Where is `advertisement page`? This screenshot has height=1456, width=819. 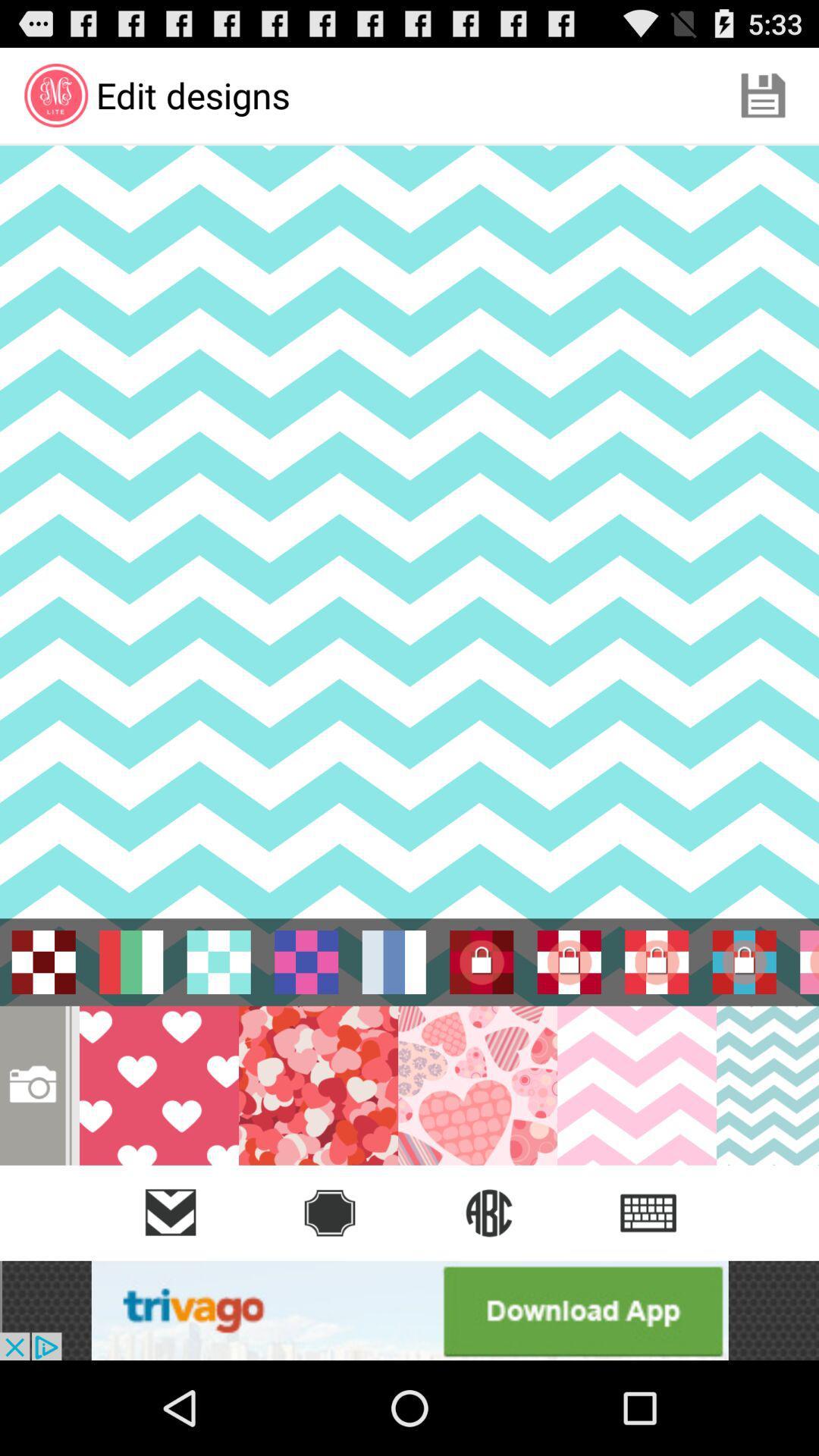
advertisement page is located at coordinates (409, 1310).